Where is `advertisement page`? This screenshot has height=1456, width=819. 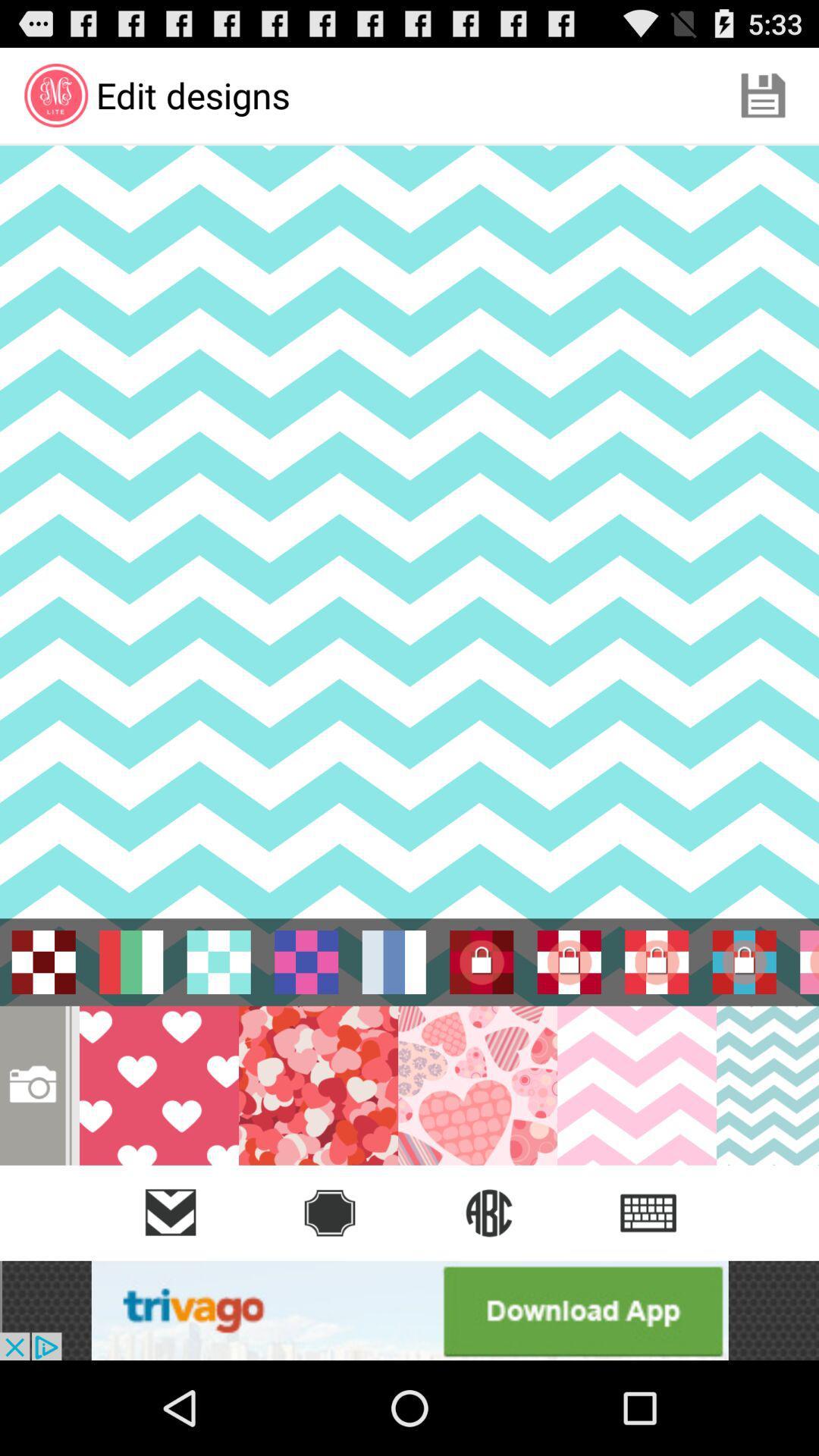
advertisement page is located at coordinates (409, 1310).